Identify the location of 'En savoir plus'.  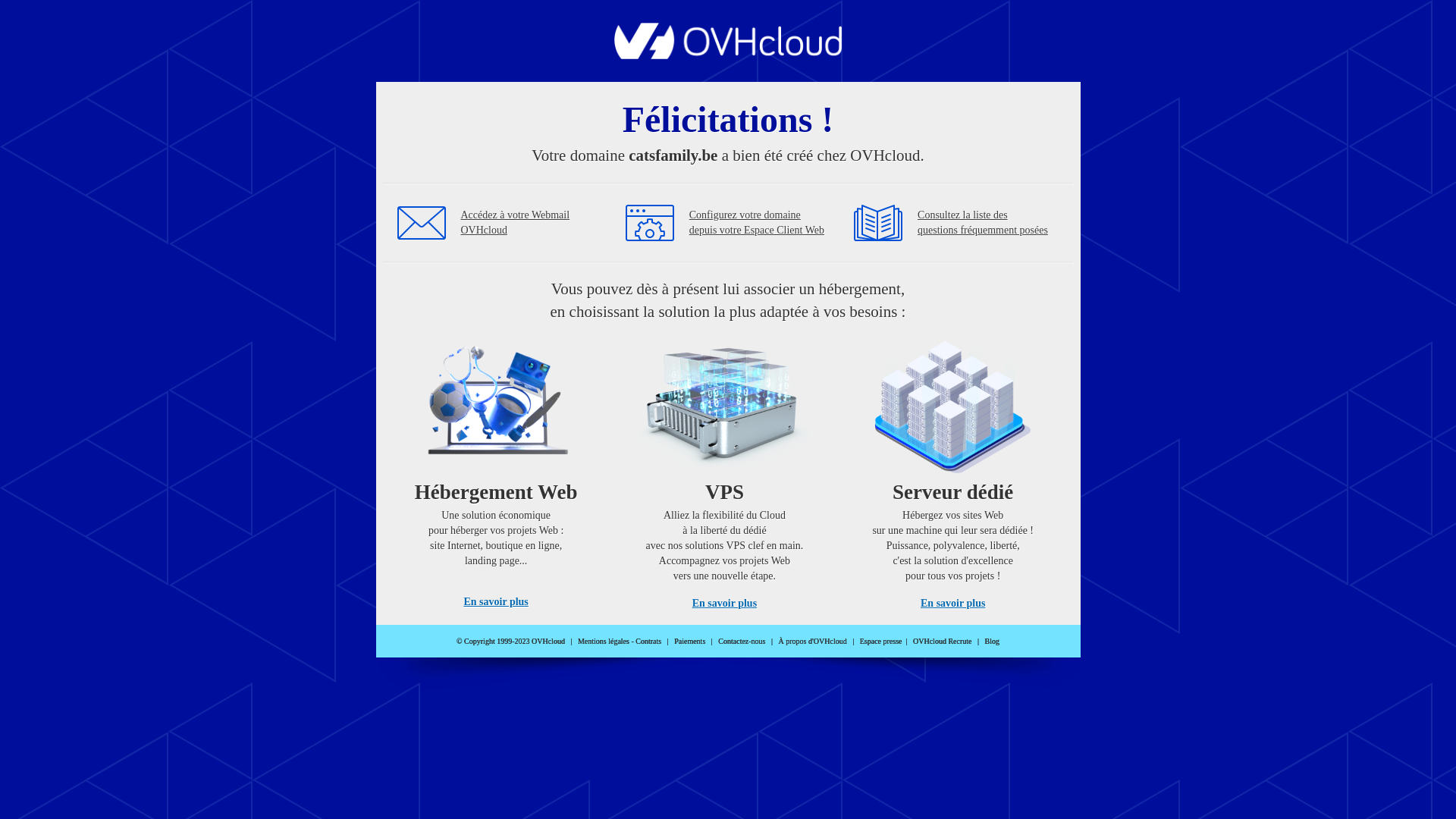
(462, 601).